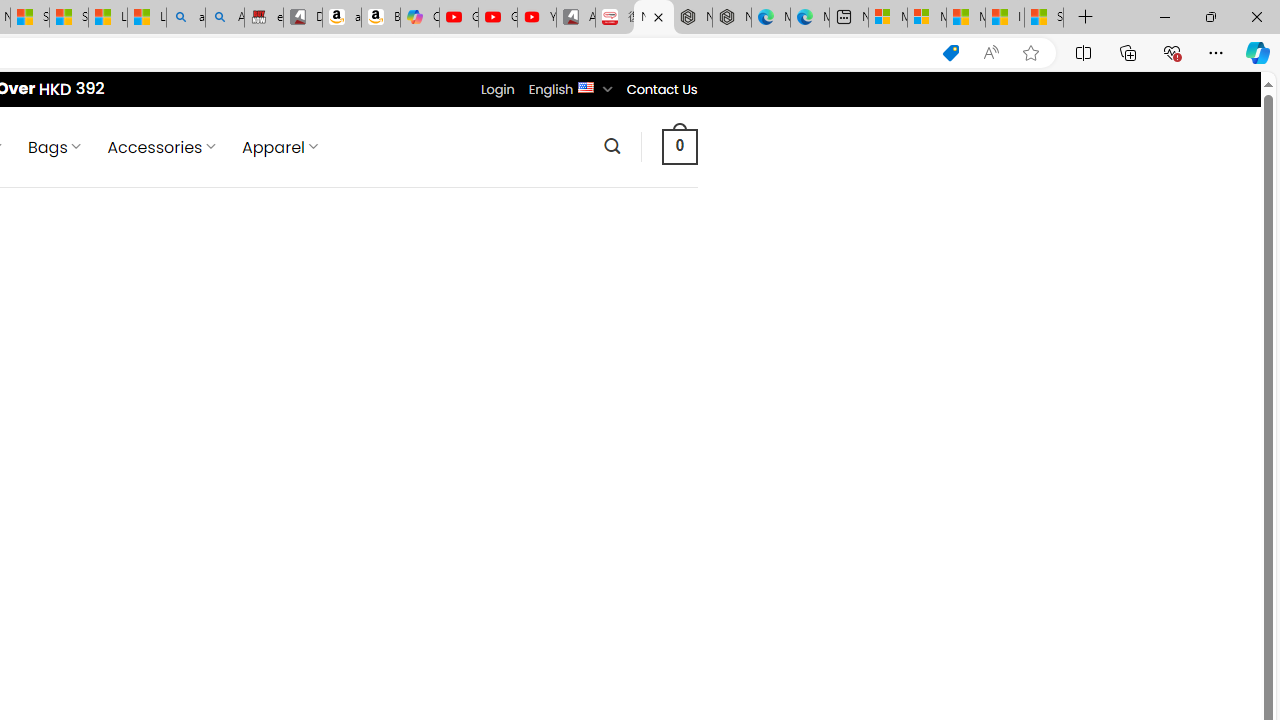 Image resolution: width=1280 pixels, height=720 pixels. Describe the element at coordinates (1257, 51) in the screenshot. I see `'Copilot (Ctrl+Shift+.)'` at that location.